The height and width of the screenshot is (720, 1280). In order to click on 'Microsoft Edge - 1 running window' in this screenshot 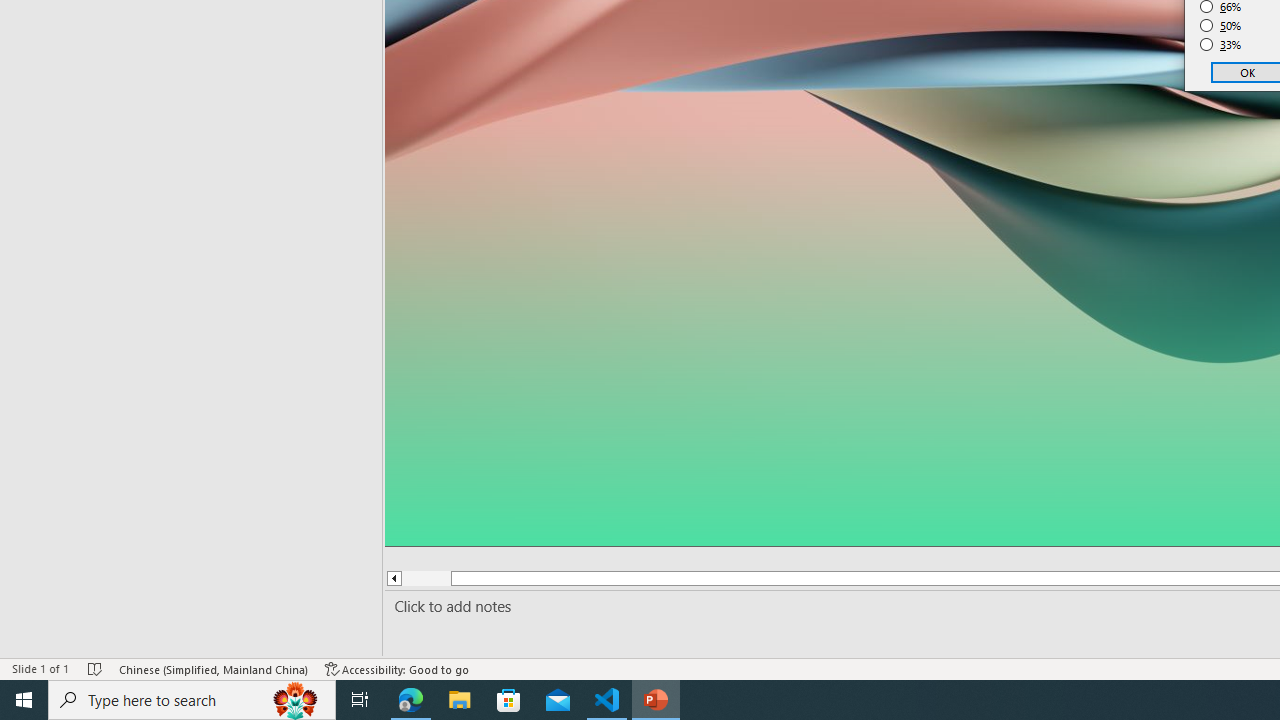, I will do `click(410, 698)`.